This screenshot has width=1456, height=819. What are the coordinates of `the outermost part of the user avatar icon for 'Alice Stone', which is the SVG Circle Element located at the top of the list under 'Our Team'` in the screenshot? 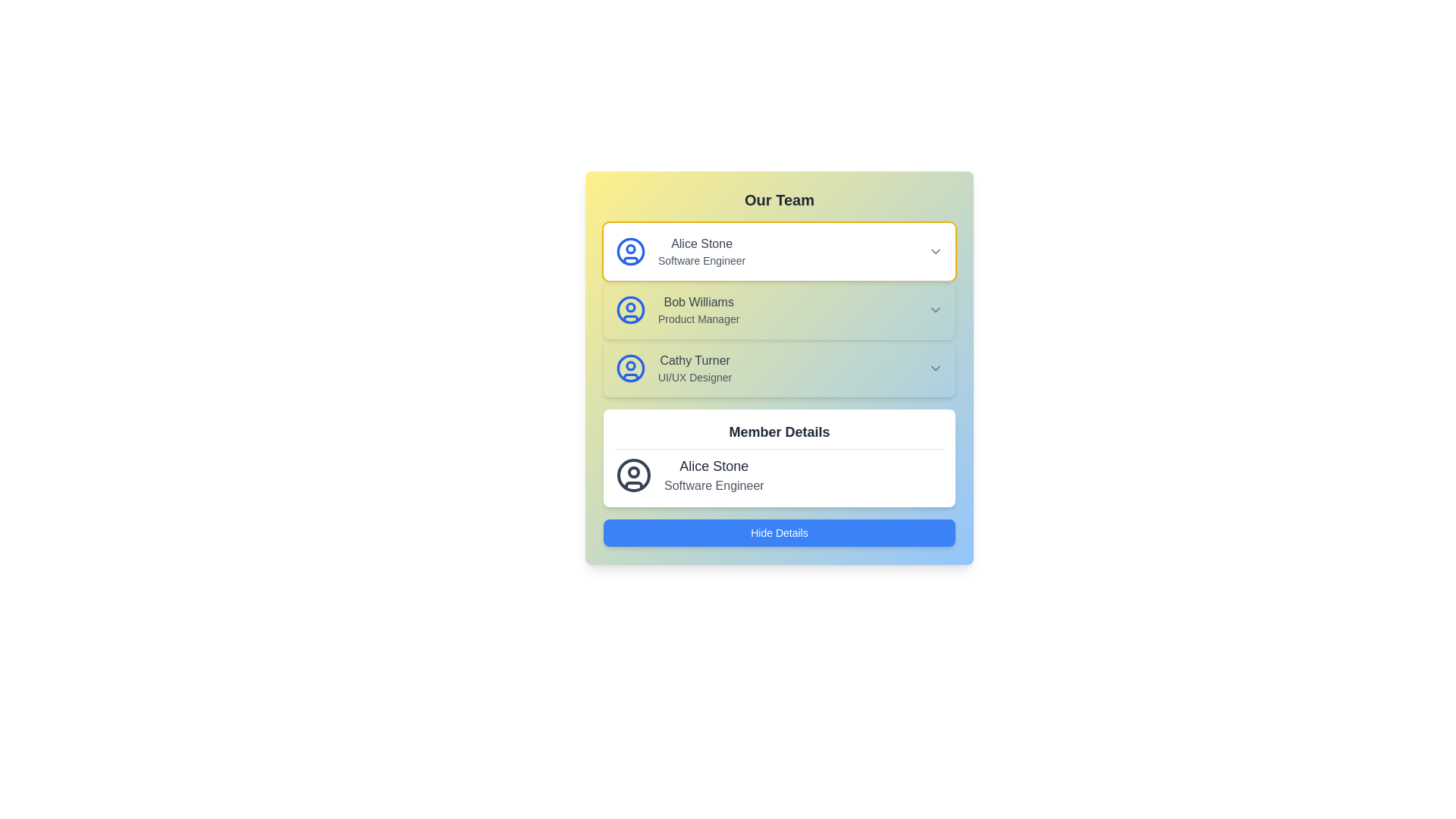 It's located at (630, 250).